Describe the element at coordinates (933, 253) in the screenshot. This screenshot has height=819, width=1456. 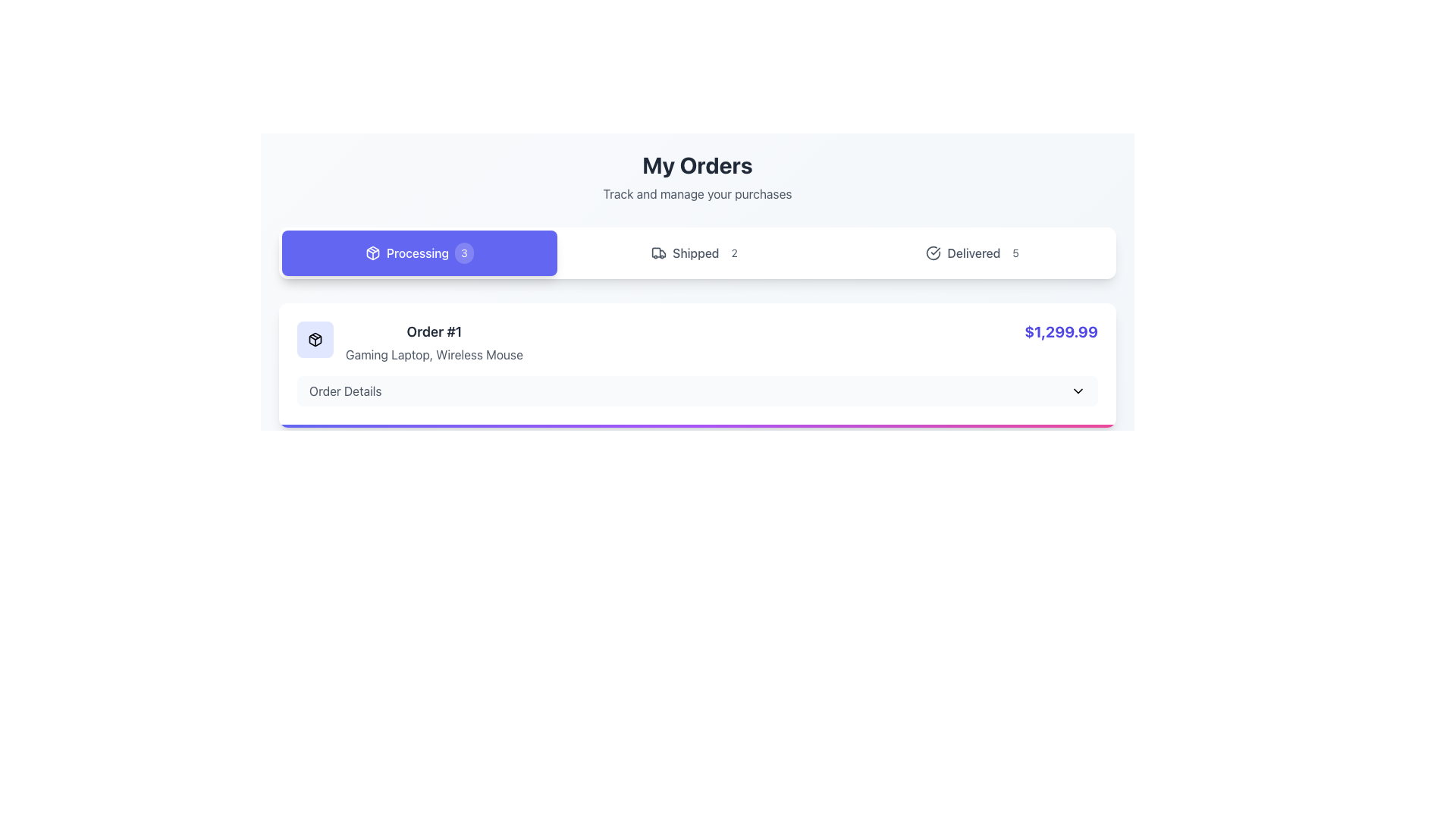
I see `the checkmark icon in a circular outline that indicates the 'Delivered' status, located to the left of the 'Delivered' text` at that location.